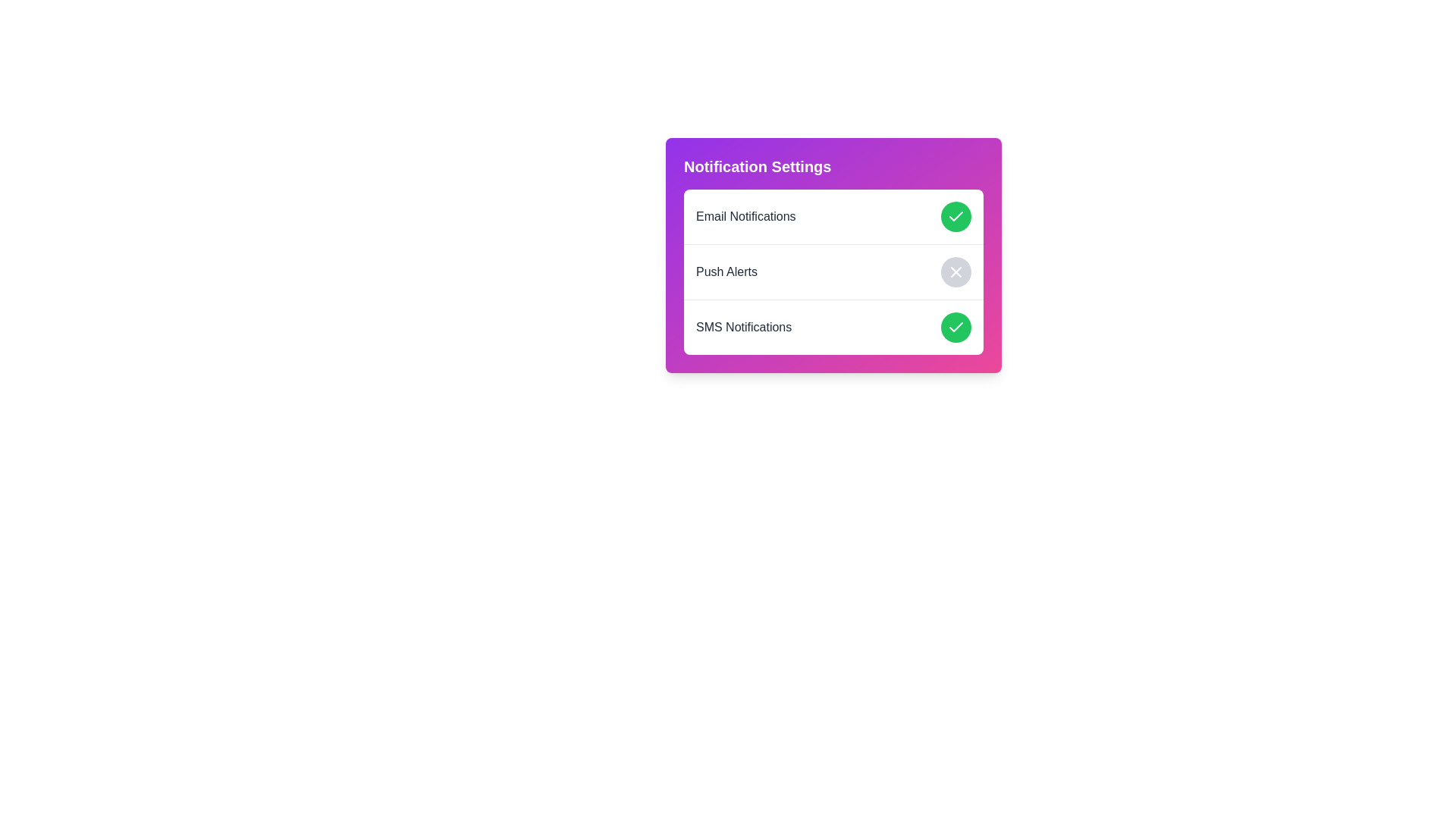 Image resolution: width=1456 pixels, height=819 pixels. Describe the element at coordinates (955, 271) in the screenshot. I see `the circular button with a gray background and a white 'X' icon located on the right side of the 'Push Alerts' row in the notification settings panel` at that location.